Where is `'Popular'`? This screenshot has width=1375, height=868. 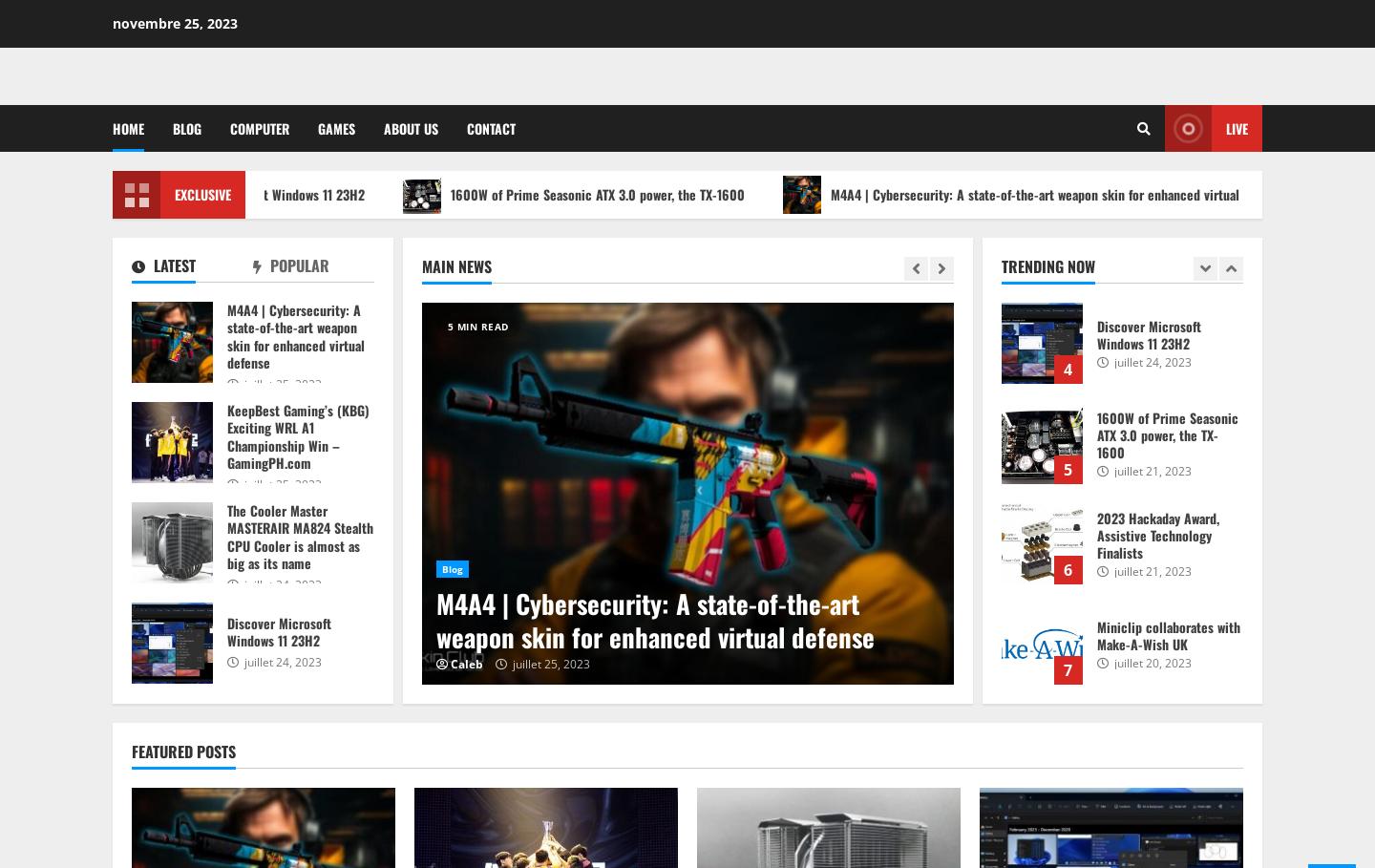 'Popular' is located at coordinates (297, 265).